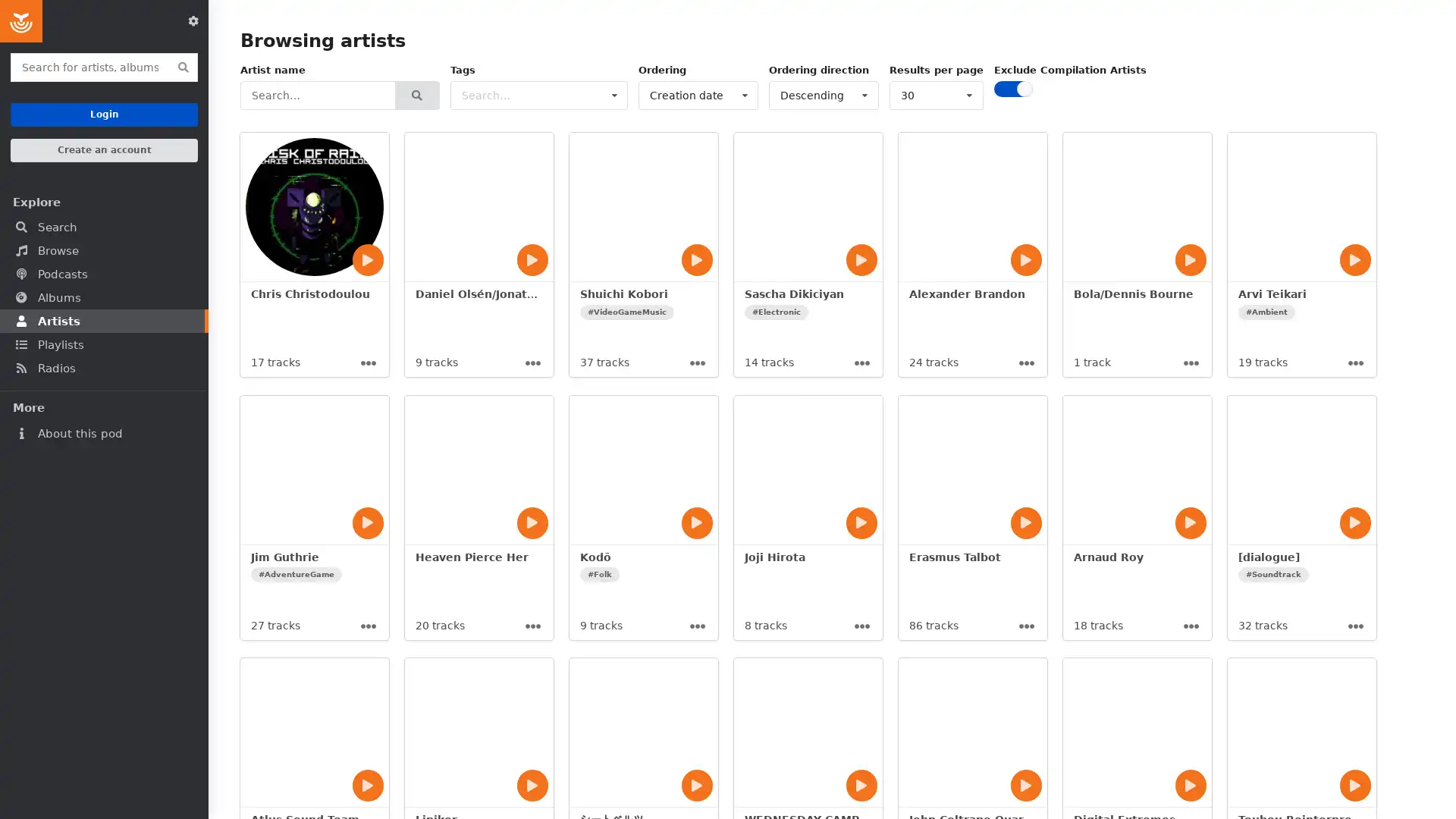 The width and height of the screenshot is (1456, 819). I want to click on Play artist, so click(532, 259).